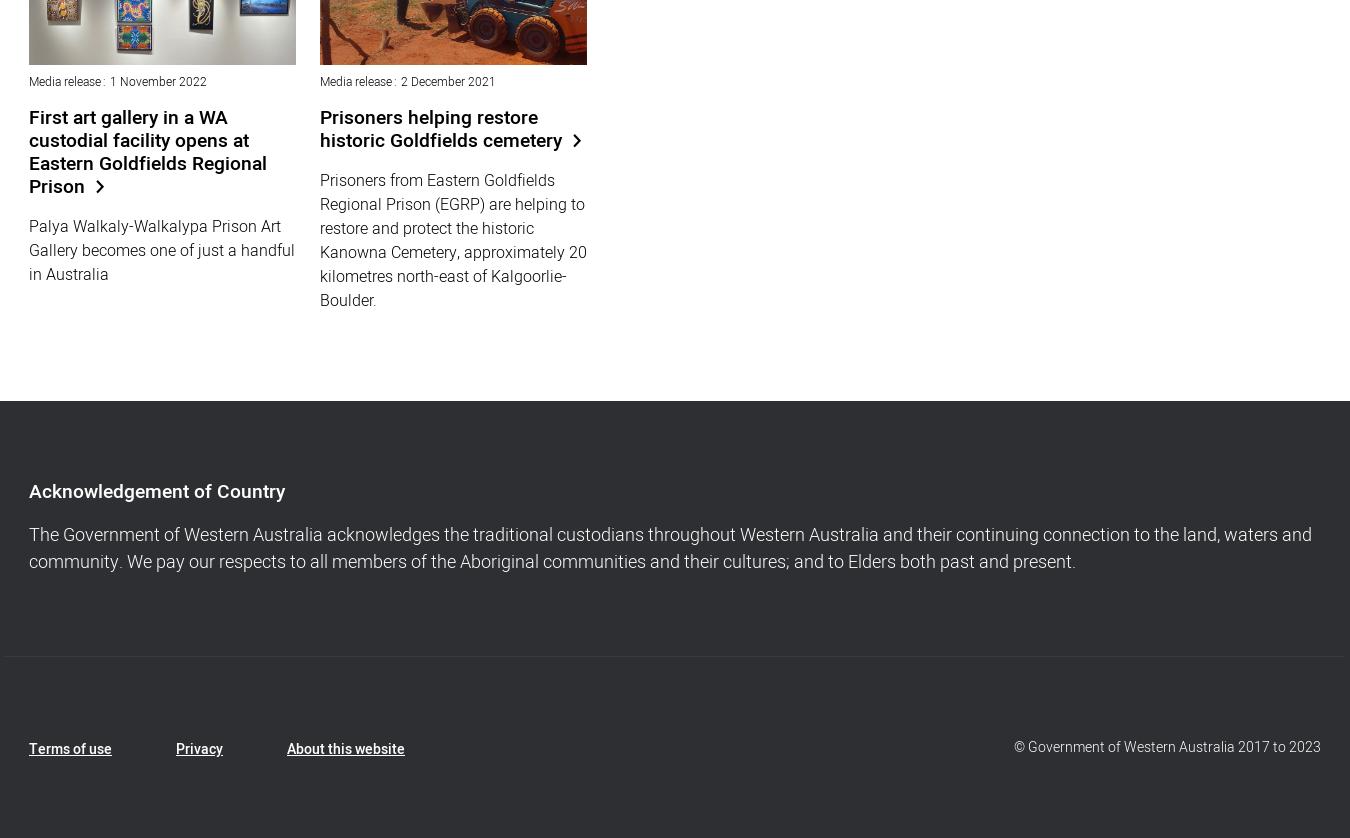 This screenshot has height=838, width=1350. Describe the element at coordinates (147, 152) in the screenshot. I see `'First art gallery in a WA custodial facility opens at Eastern Goldfields Regional Prison'` at that location.